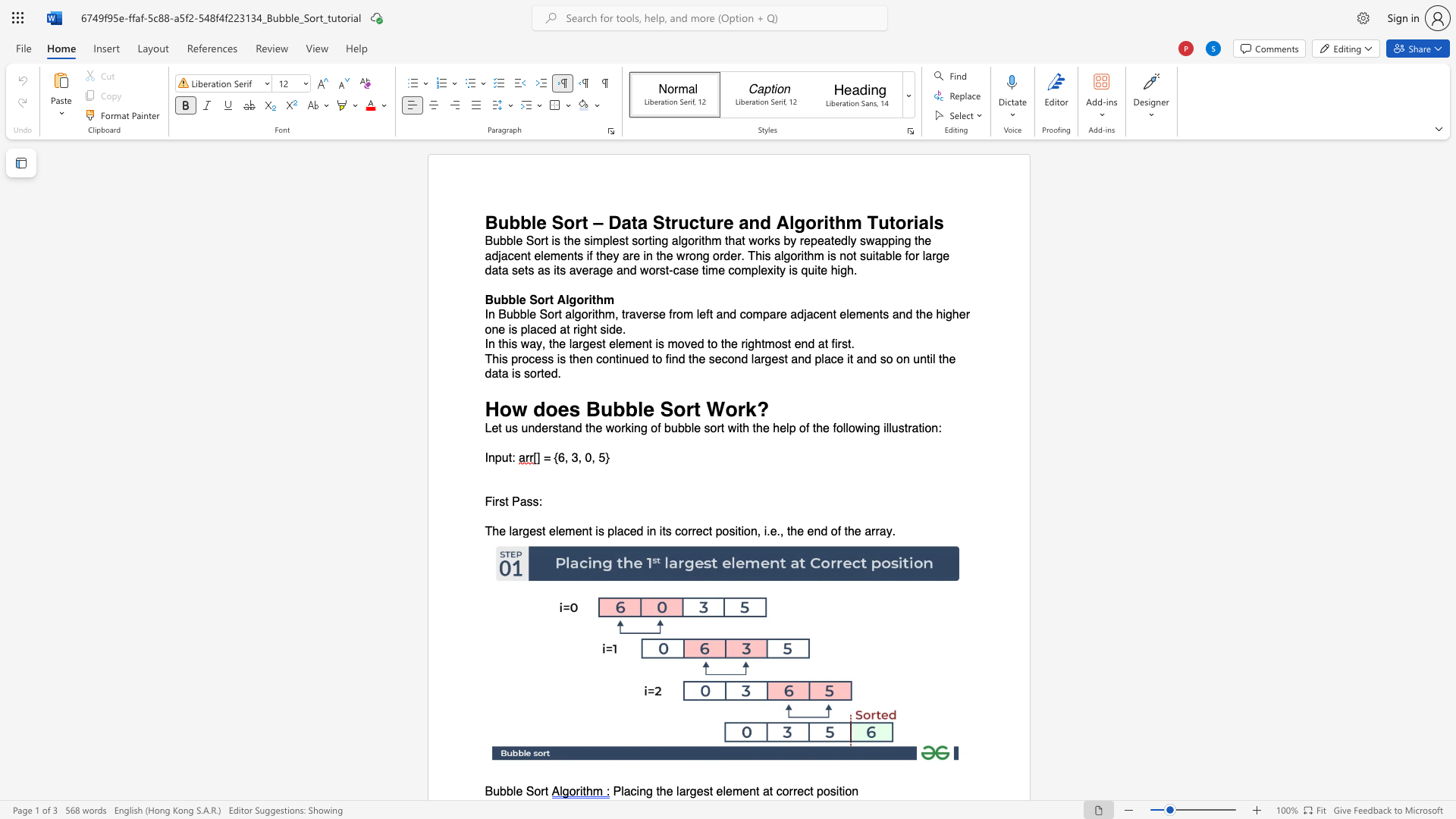 Image resolution: width=1456 pixels, height=819 pixels. Describe the element at coordinates (625, 408) in the screenshot. I see `the space between the continuous character "b" and "b" in the text` at that location.